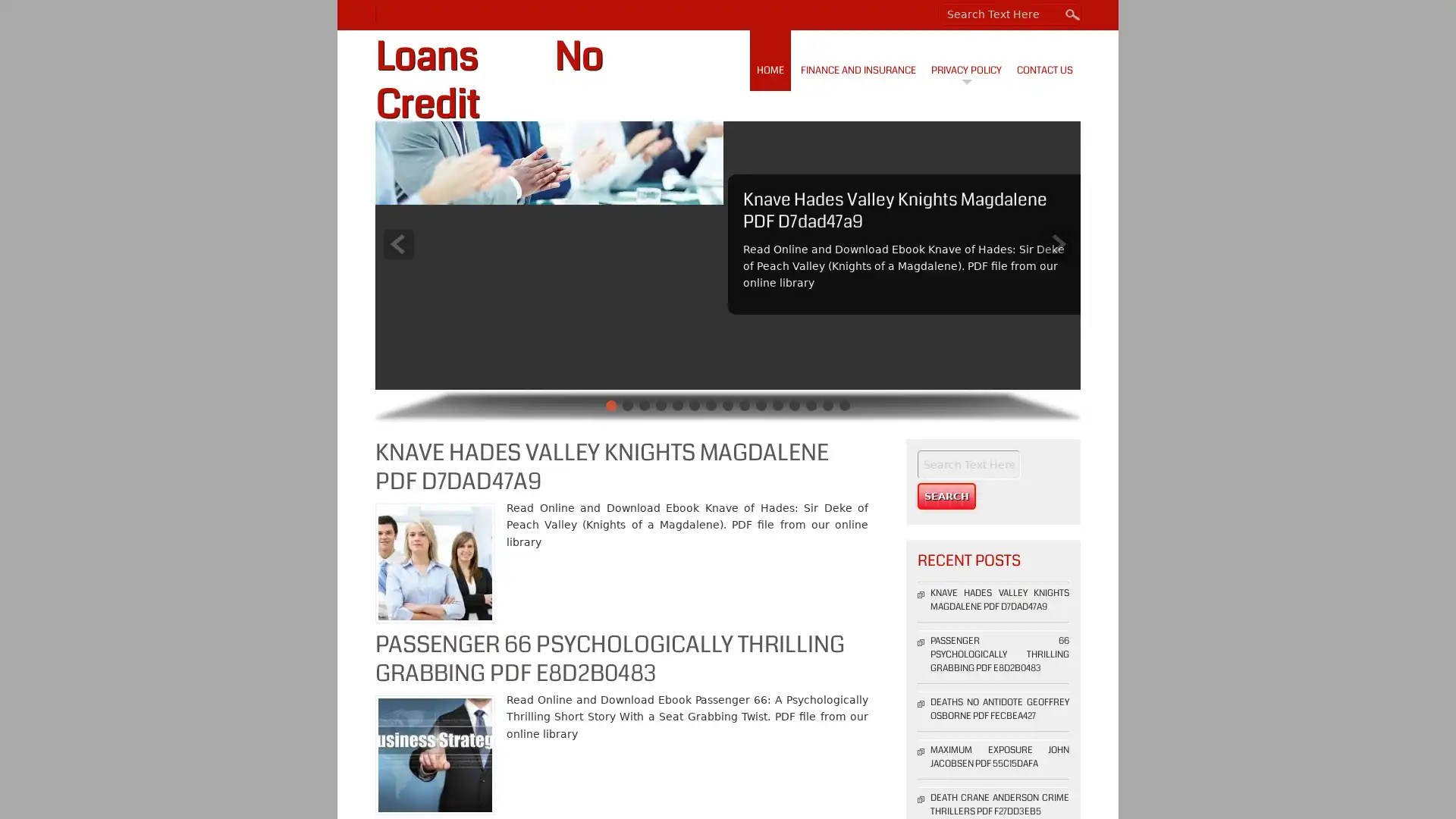 This screenshot has width=1456, height=819. What do you see at coordinates (946, 496) in the screenshot?
I see `Search` at bounding box center [946, 496].